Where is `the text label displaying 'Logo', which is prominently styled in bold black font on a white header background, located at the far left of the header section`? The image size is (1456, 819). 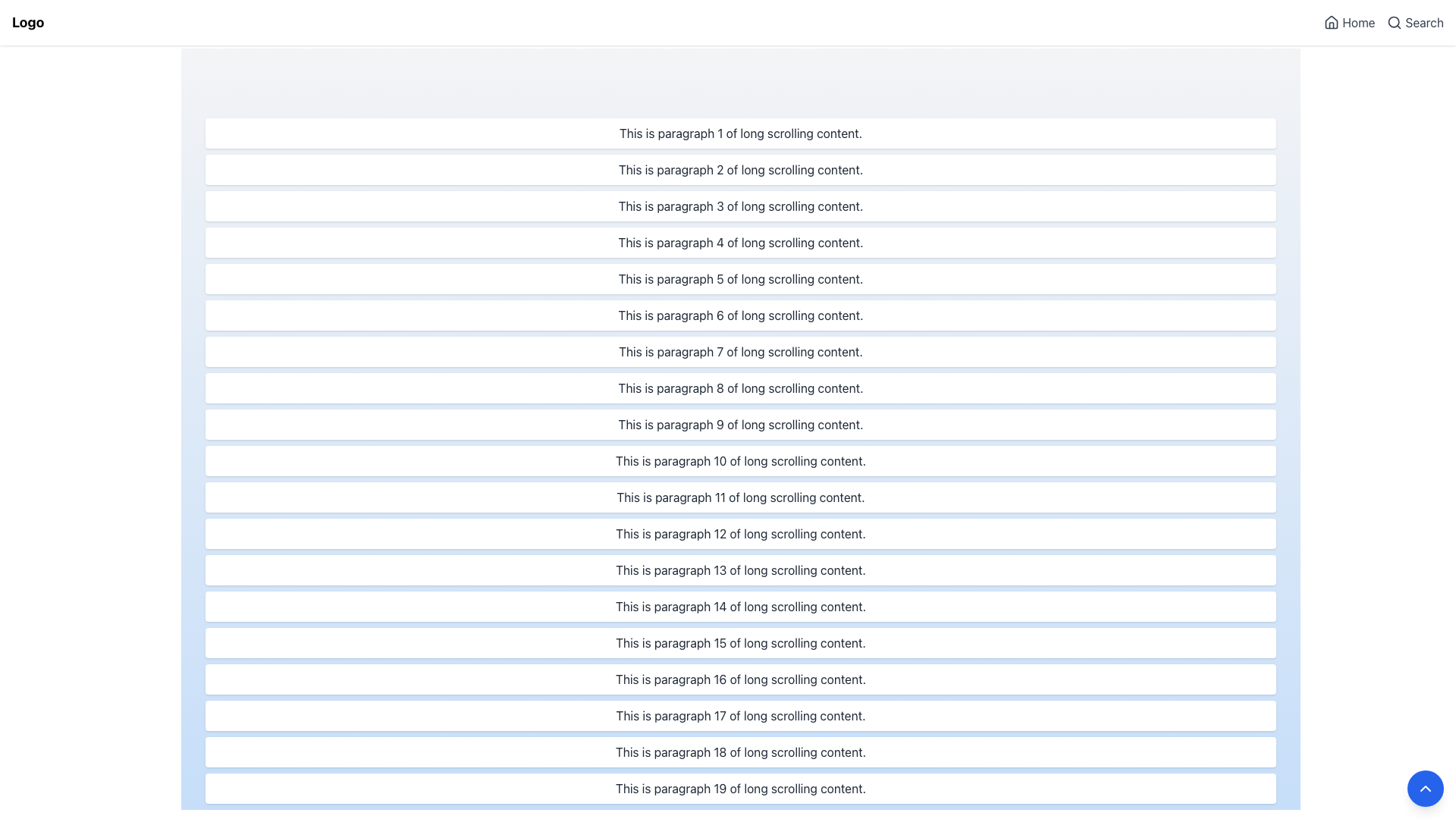
the text label displaying 'Logo', which is prominently styled in bold black font on a white header background, located at the far left of the header section is located at coordinates (28, 23).